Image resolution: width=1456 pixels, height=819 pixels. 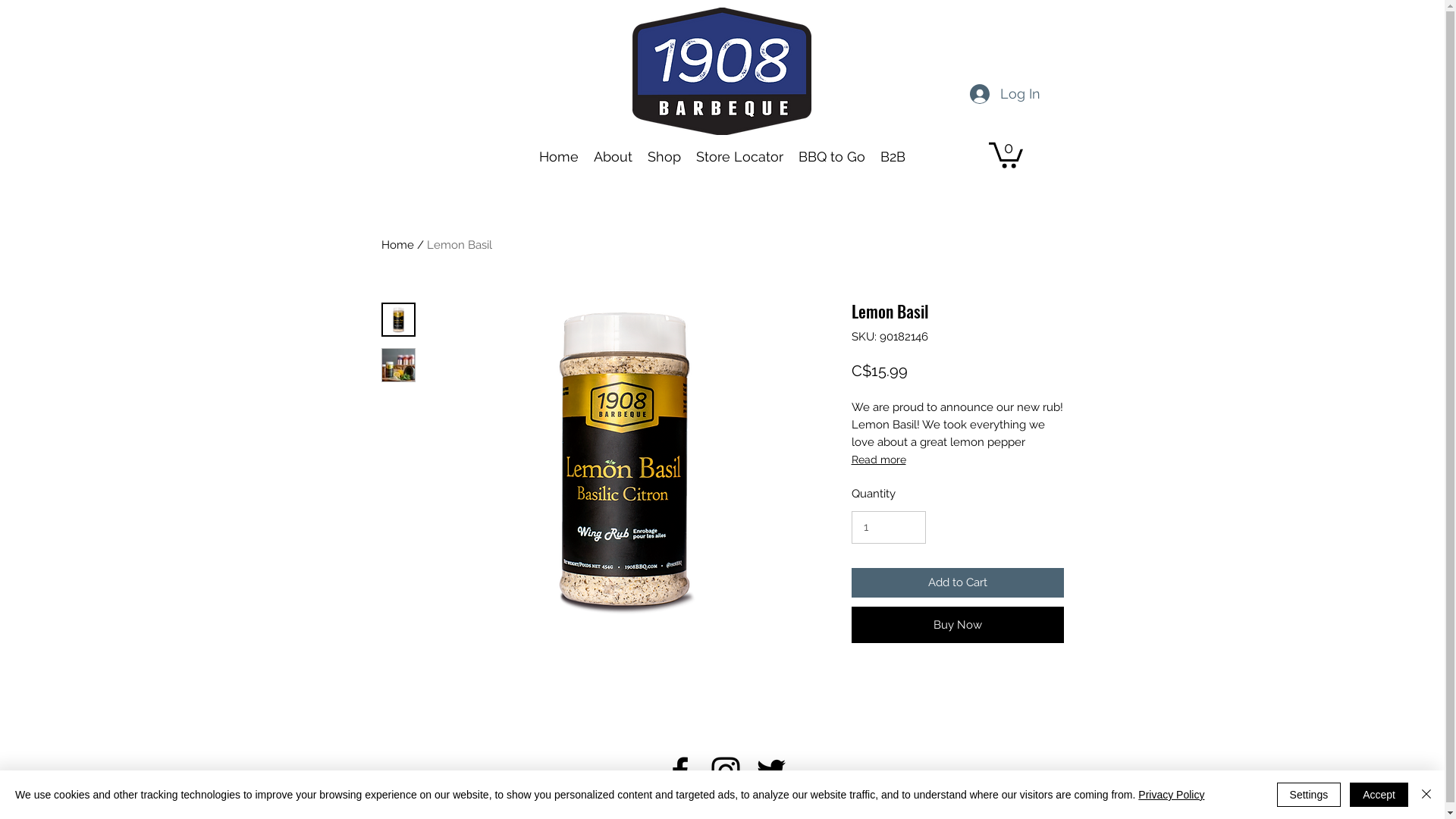 I want to click on 'Settings', so click(x=1308, y=794).